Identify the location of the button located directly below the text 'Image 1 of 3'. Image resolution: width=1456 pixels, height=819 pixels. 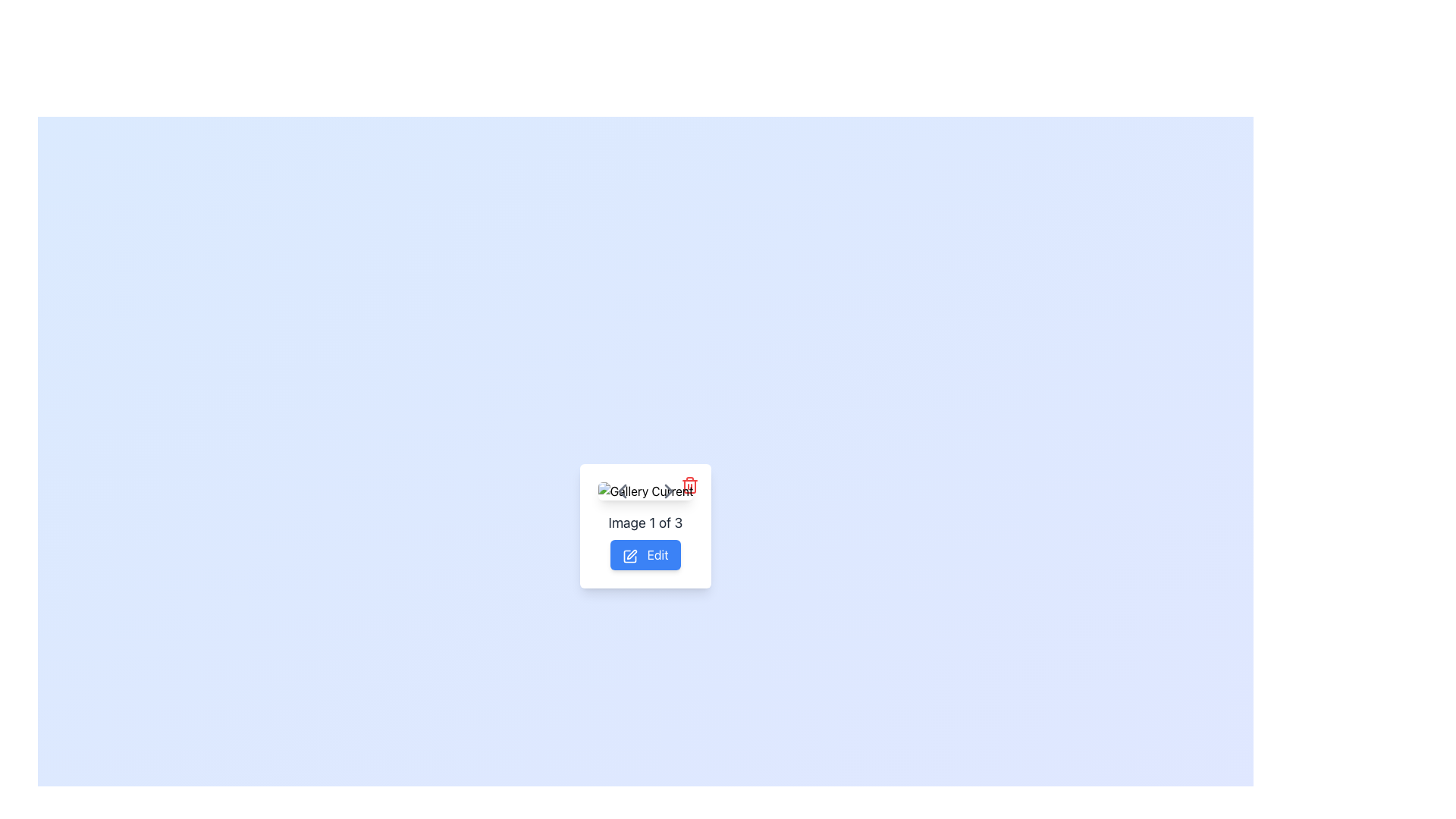
(645, 540).